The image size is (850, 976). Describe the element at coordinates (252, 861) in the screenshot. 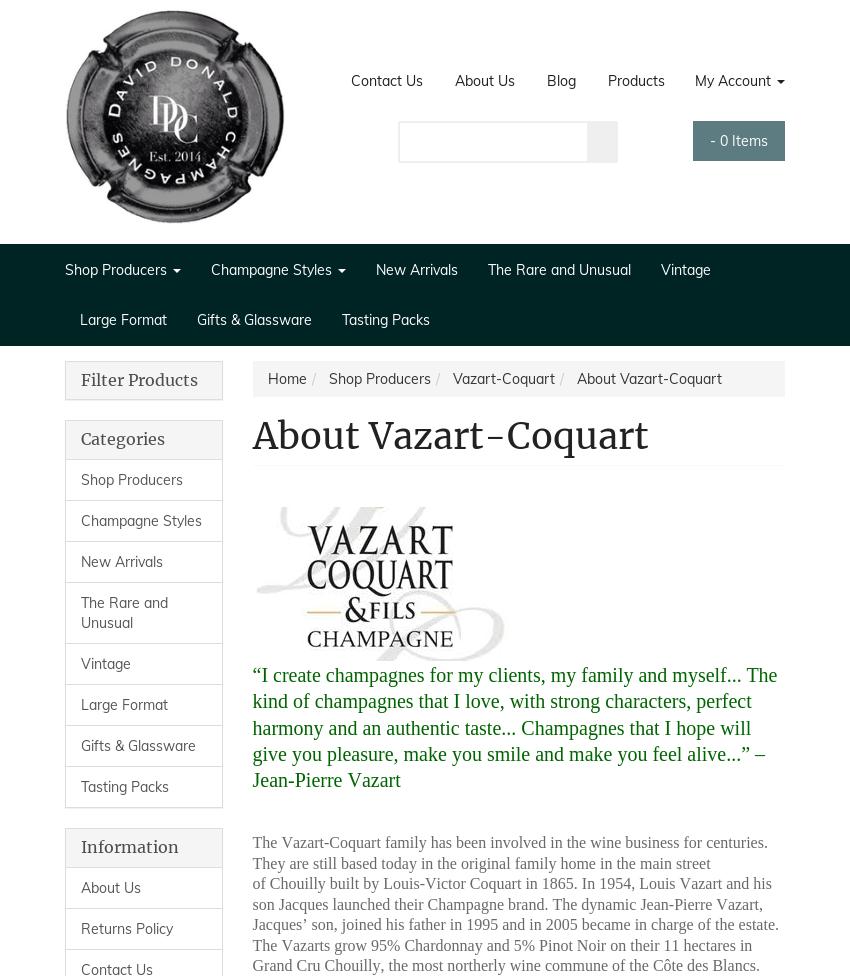

I see `'family has been involved in the wine business for centuries. They are still based today in the original family home in the main street of'` at that location.